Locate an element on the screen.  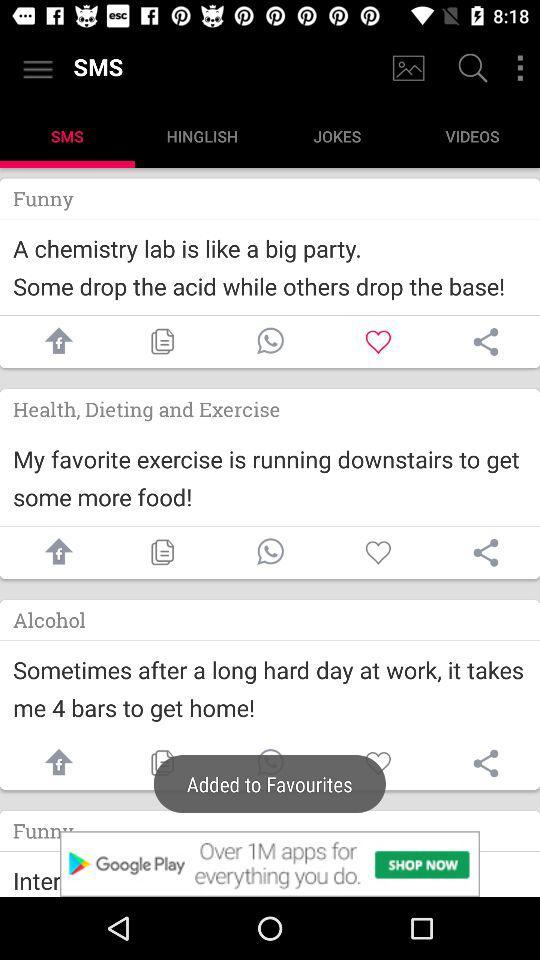
the button serves to like the image is located at coordinates (378, 552).